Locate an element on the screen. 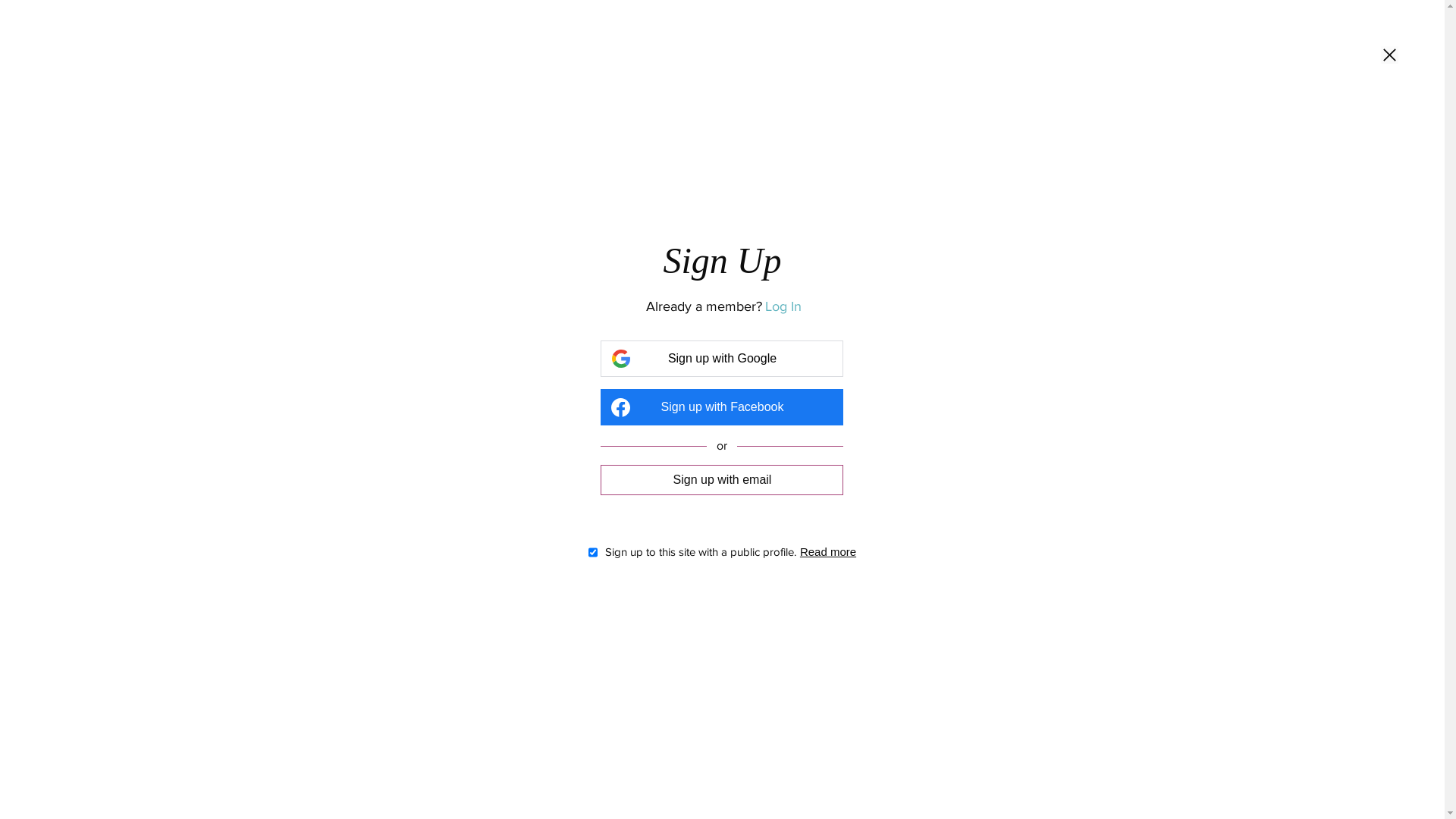 Image resolution: width=1456 pixels, height=819 pixels. 'Sign up with Google' is located at coordinates (720, 359).